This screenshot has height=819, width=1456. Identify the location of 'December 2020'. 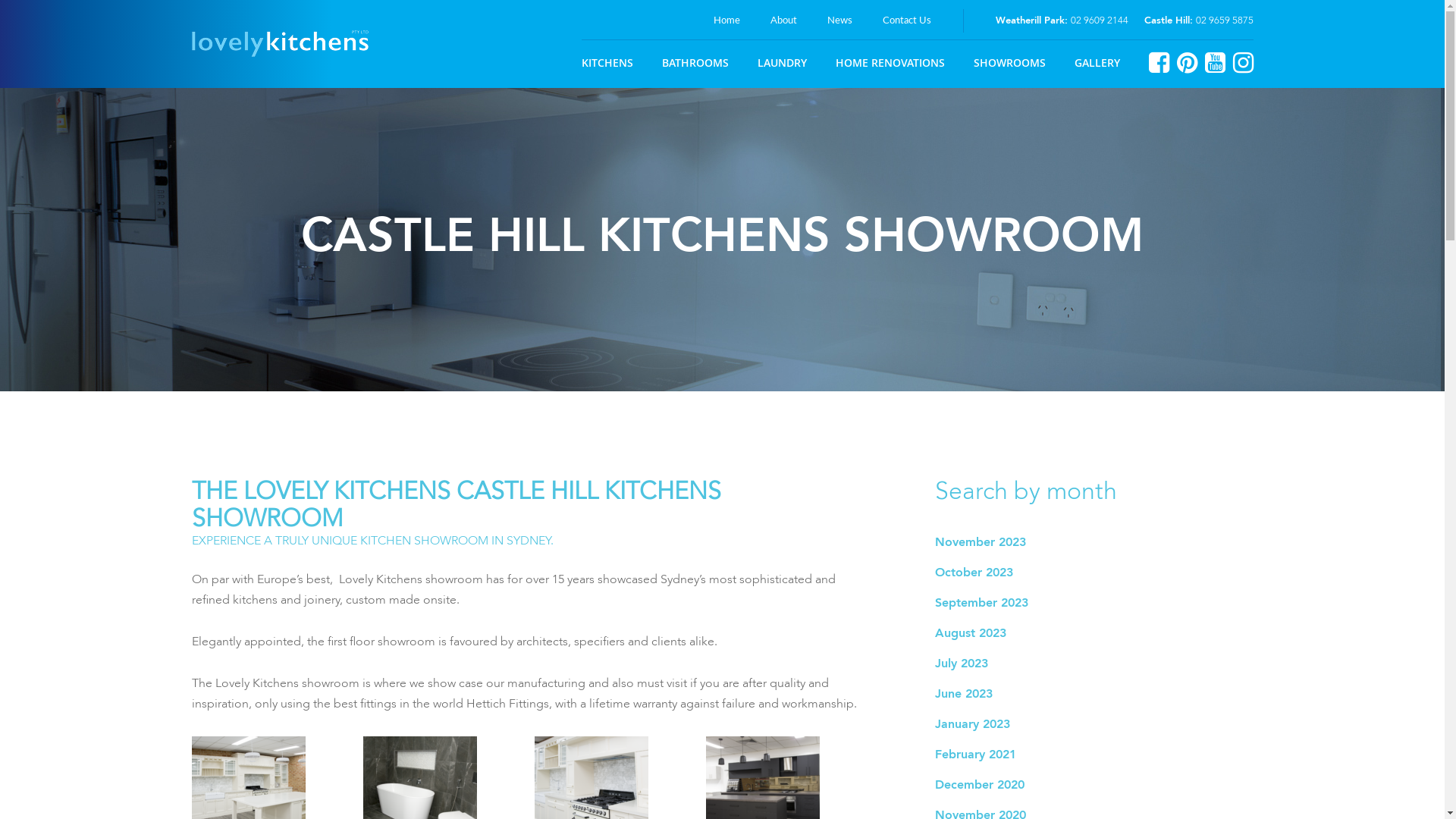
(934, 785).